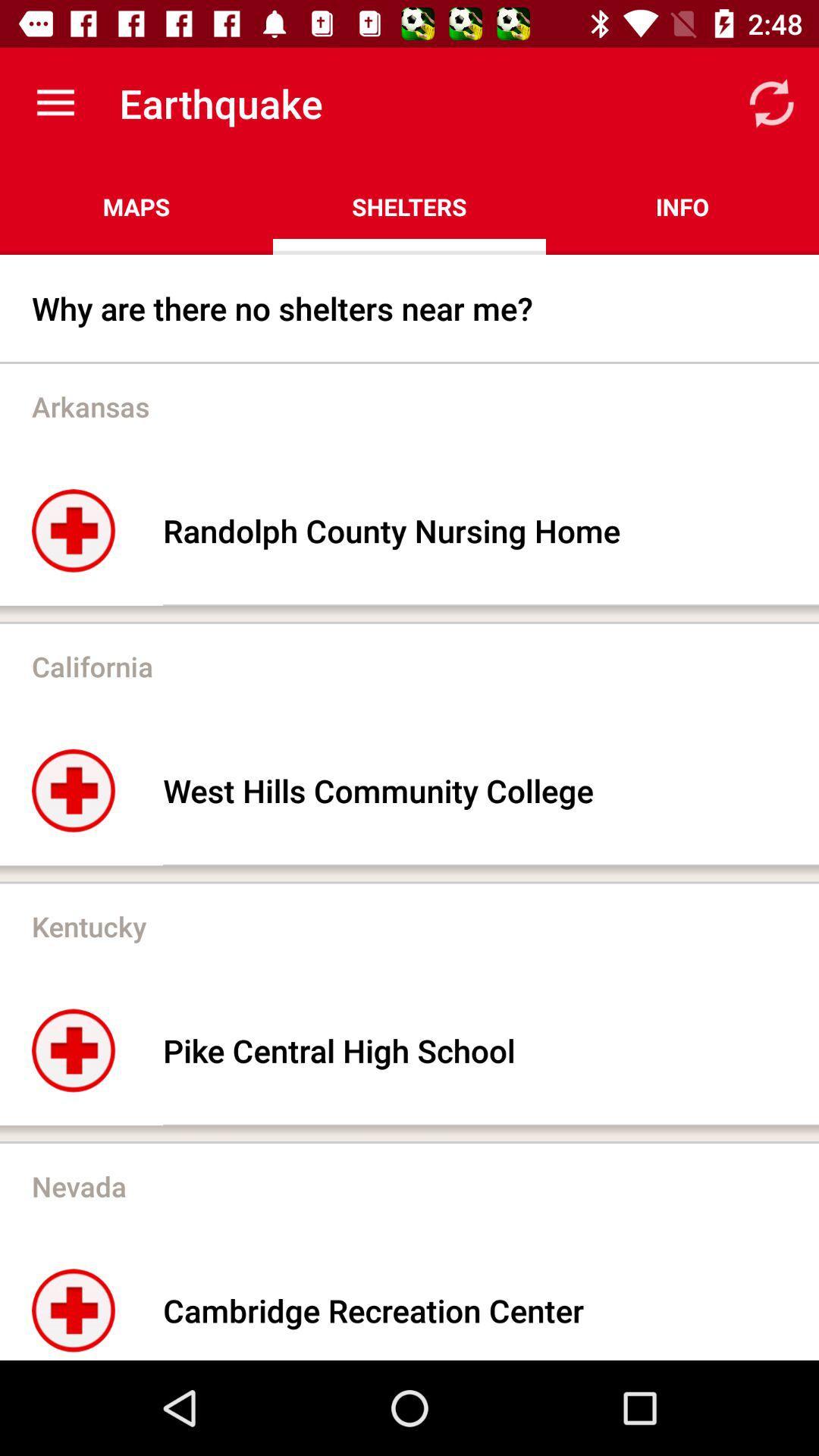 The width and height of the screenshot is (819, 1456). What do you see at coordinates (136, 206) in the screenshot?
I see `the icon next to shelters icon` at bounding box center [136, 206].